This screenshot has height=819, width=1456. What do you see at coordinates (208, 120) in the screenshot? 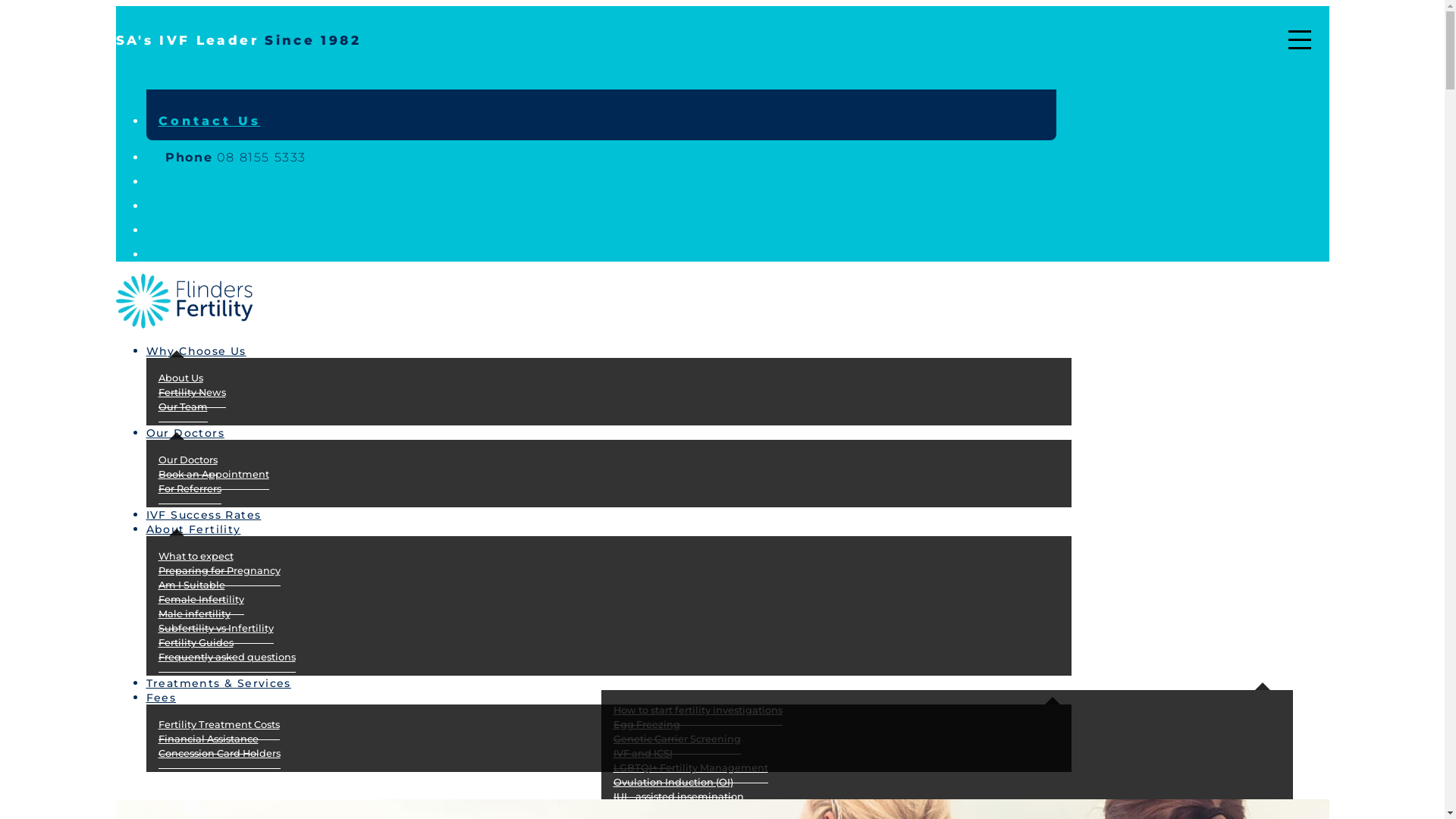
I see `'Contact Us'` at bounding box center [208, 120].